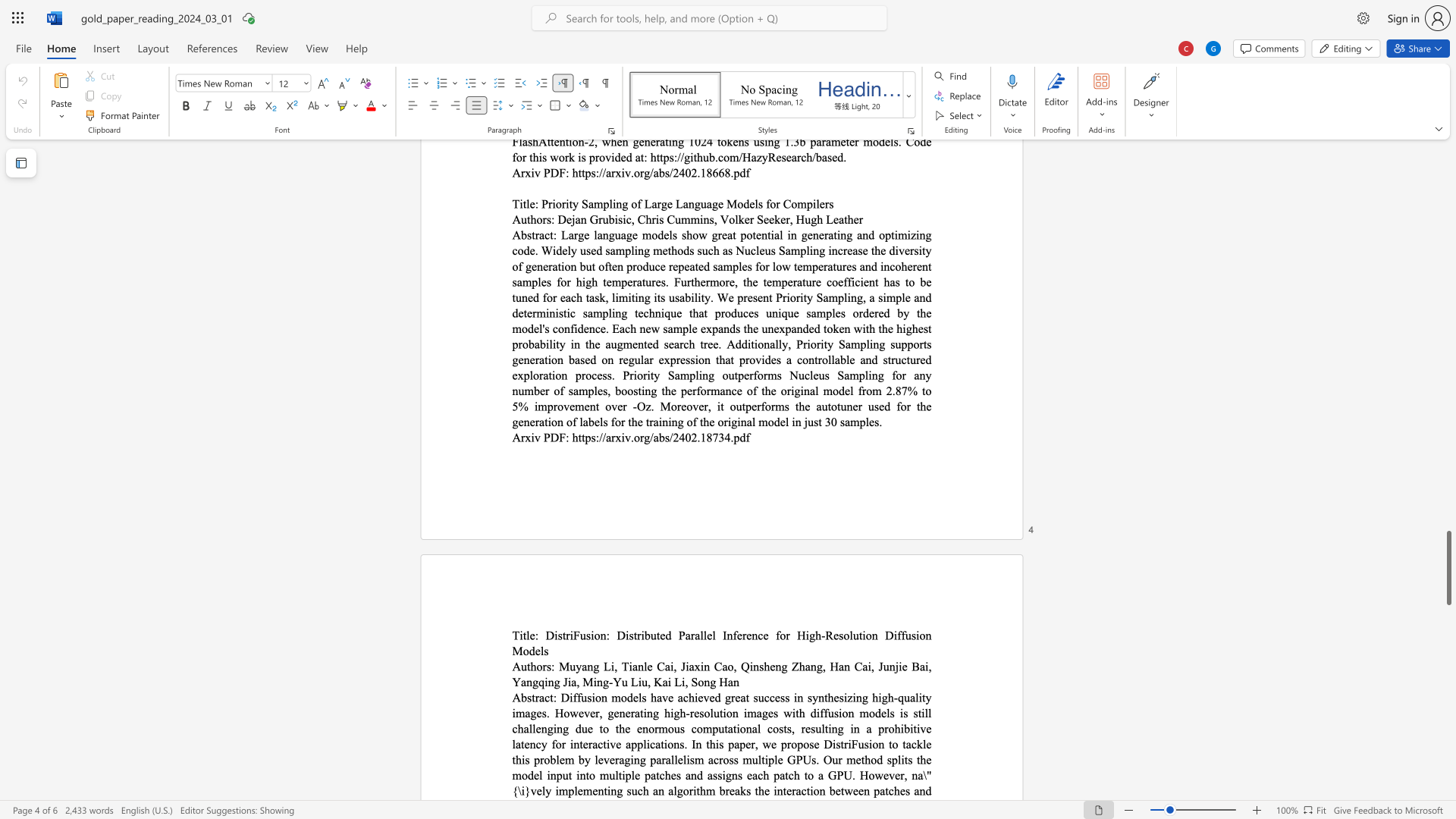  What do you see at coordinates (1448, 281) in the screenshot?
I see `the scrollbar` at bounding box center [1448, 281].